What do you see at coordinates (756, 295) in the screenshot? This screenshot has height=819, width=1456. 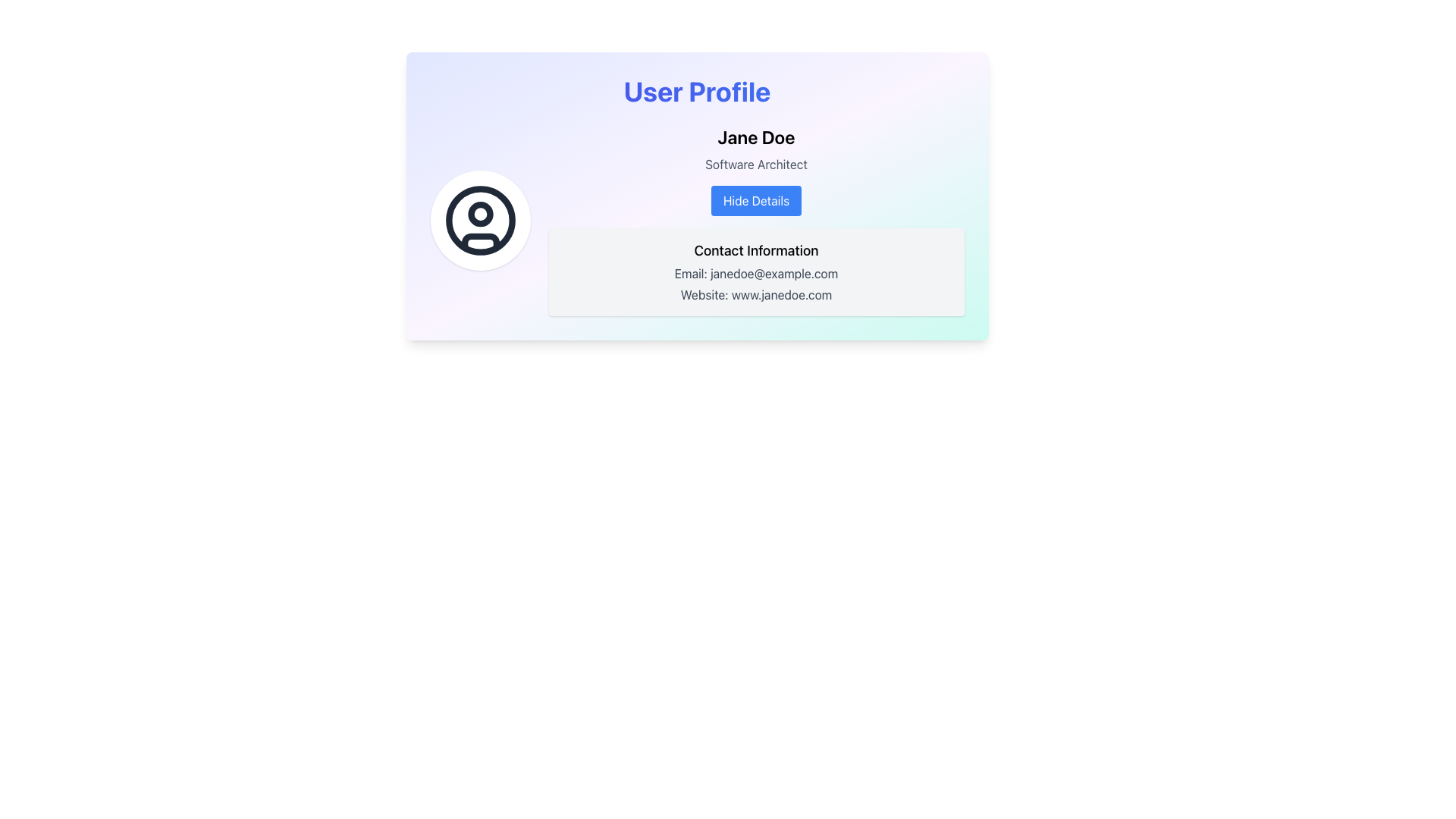 I see `the static text displaying 'Website: www.janedoe.com'` at bounding box center [756, 295].